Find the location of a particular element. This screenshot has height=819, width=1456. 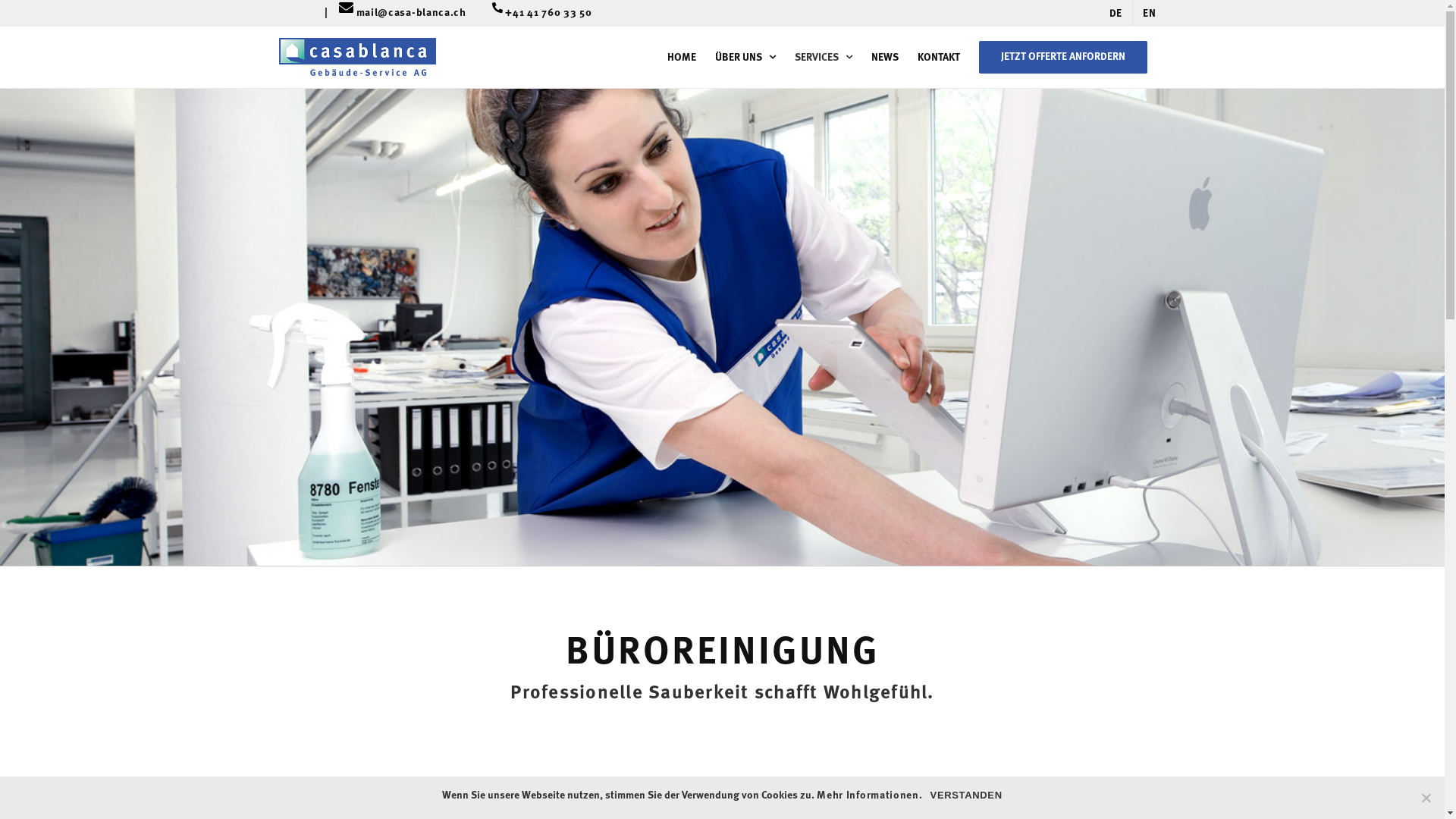

'SERVICES' is located at coordinates (822, 56).